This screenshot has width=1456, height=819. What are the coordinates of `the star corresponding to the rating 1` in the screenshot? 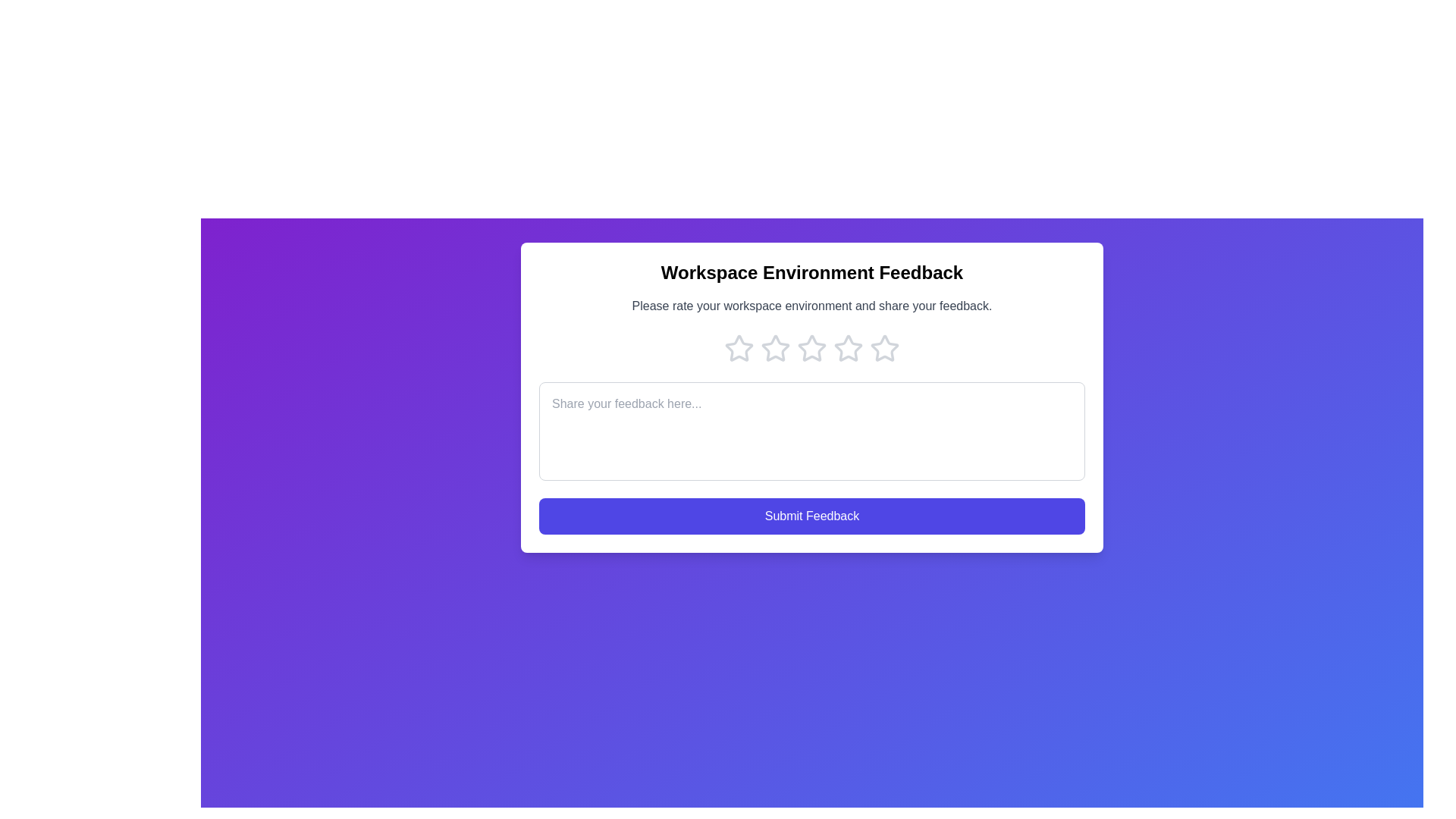 It's located at (739, 348).